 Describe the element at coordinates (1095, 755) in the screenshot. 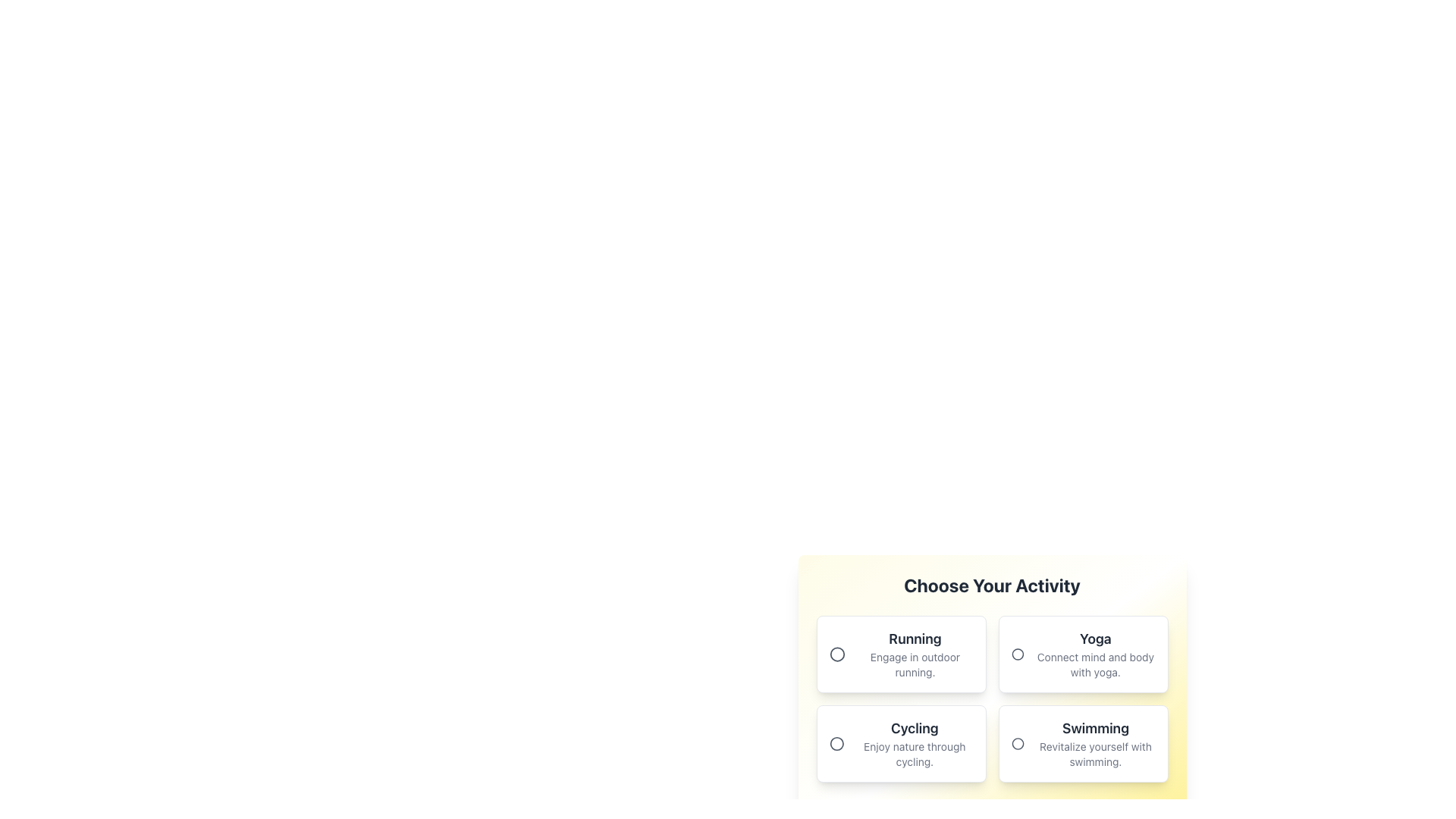

I see `the static text providing additional information about the swimming activity, located below the title 'Swimming' in the bottom-right card of the grid layout` at that location.